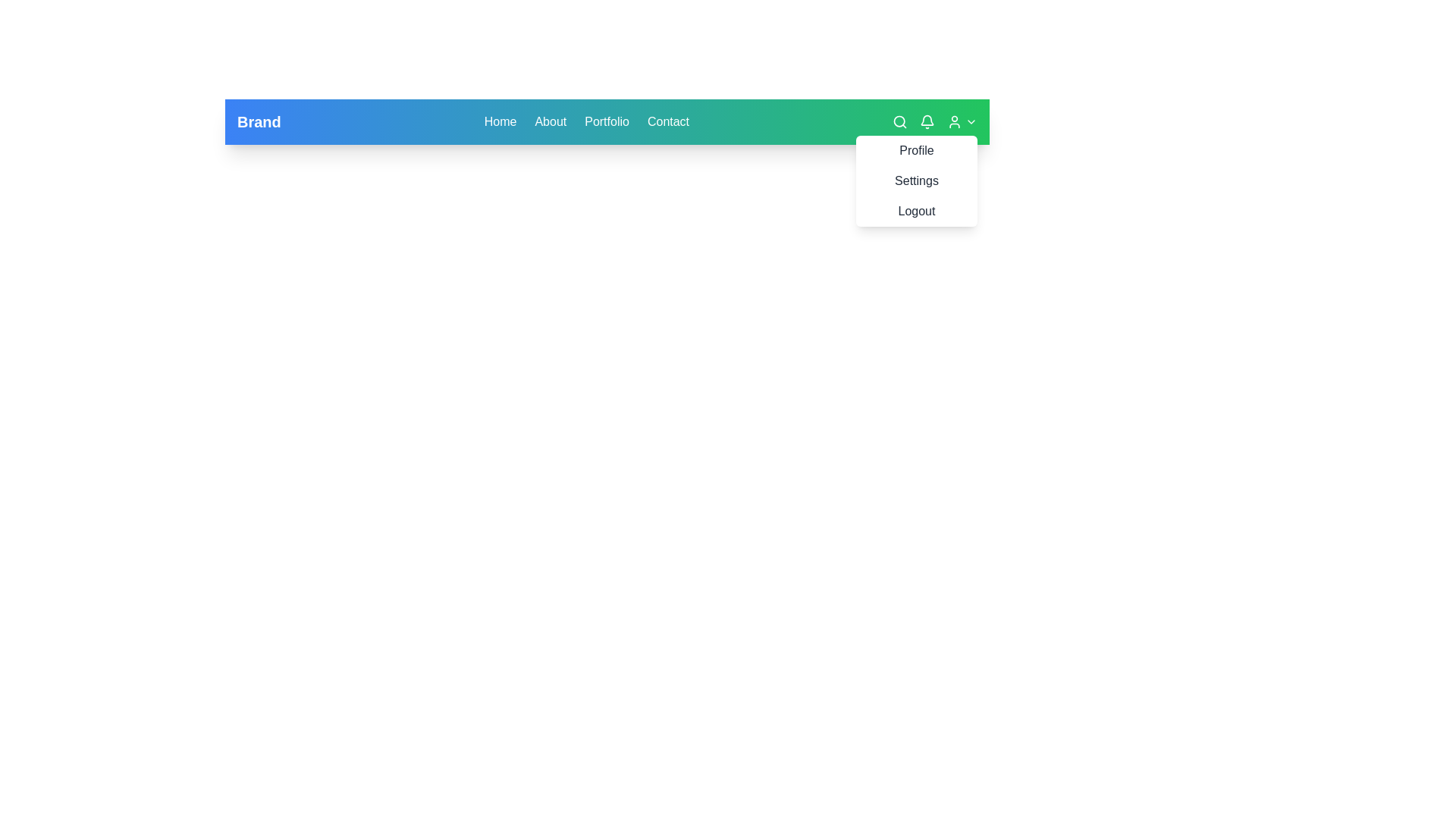 This screenshot has height=819, width=1456. Describe the element at coordinates (961, 121) in the screenshot. I see `the profile menu trigger located at the far right of the top navigation bar, which includes user and chevron icons` at that location.